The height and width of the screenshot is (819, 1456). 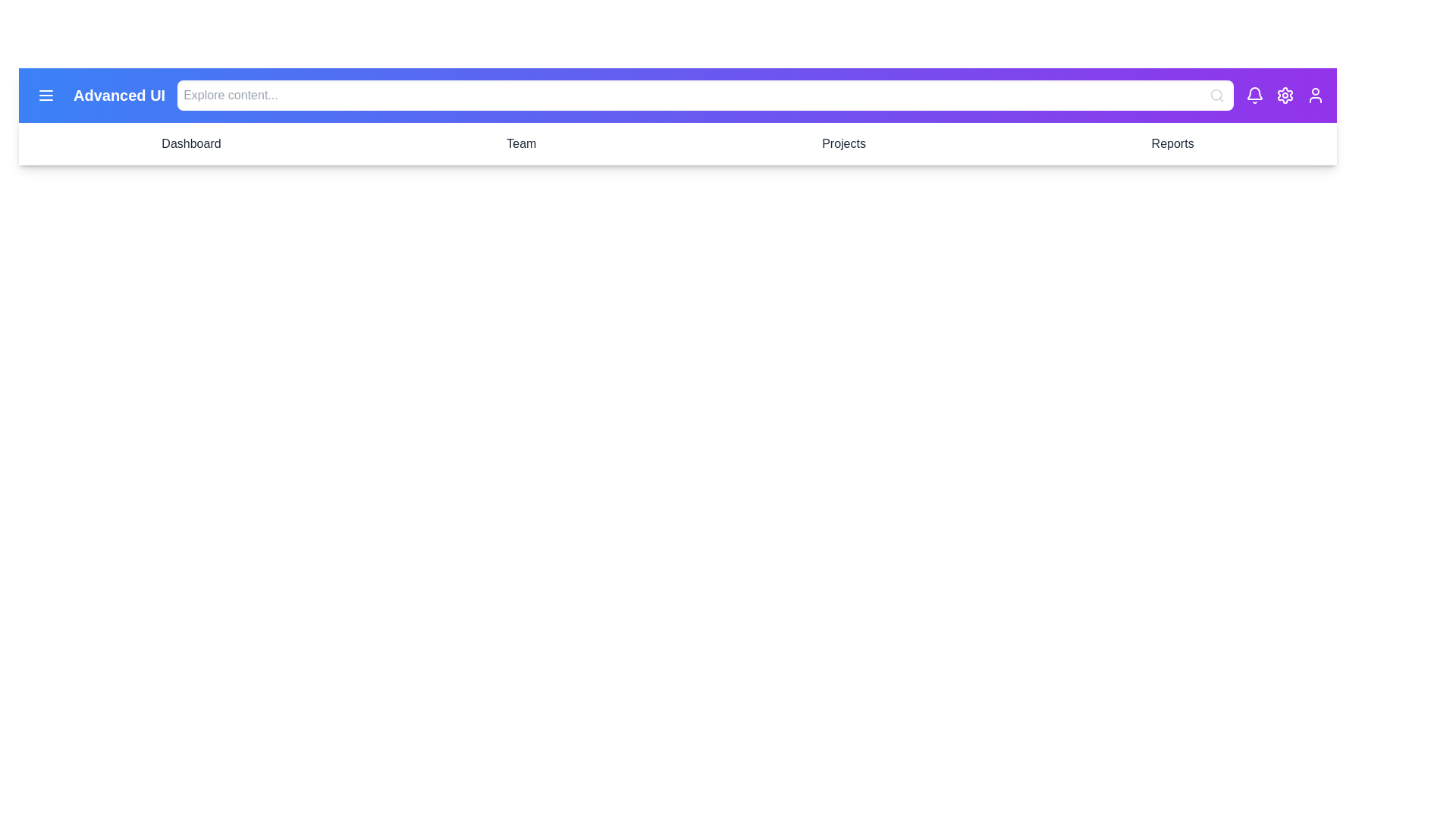 I want to click on the user icon to open the user profile or options menu, so click(x=1314, y=96).